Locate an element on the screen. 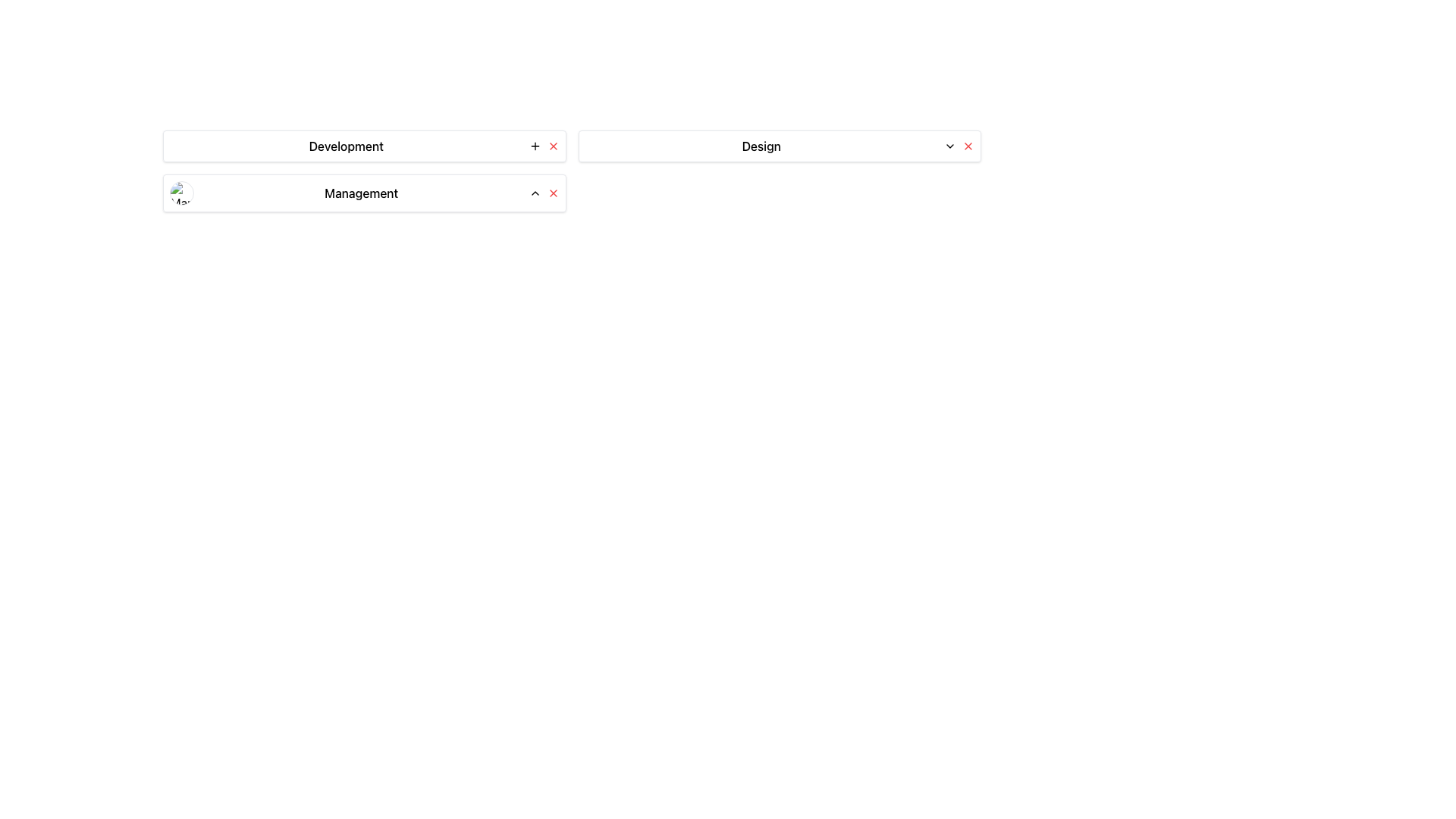 The width and height of the screenshot is (1456, 819). the small downward-pointing chevron icon located to the right of the 'Design' label to trigger a tooltip or highlighting effect is located at coordinates (949, 146).